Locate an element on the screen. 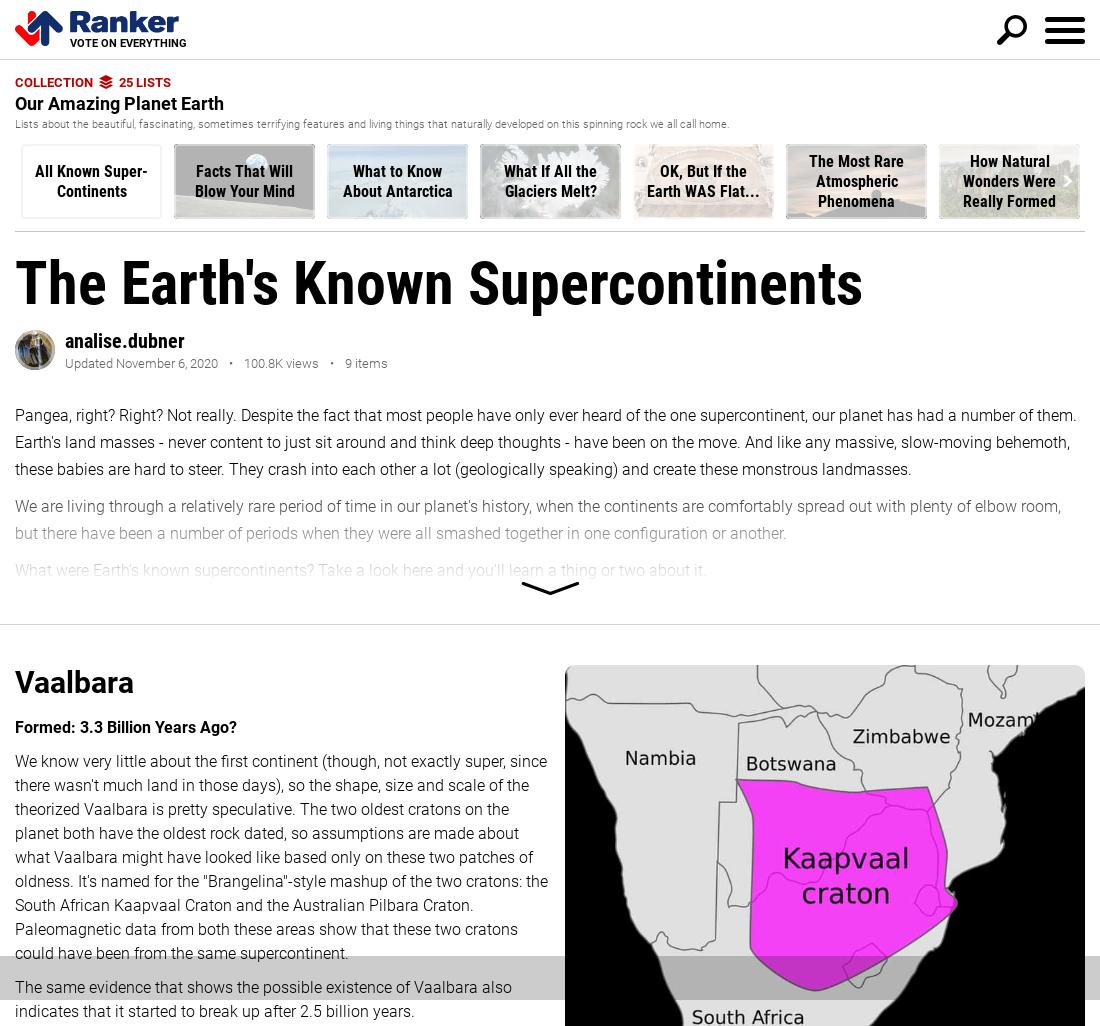 The height and width of the screenshot is (1026, 1100). 'What were Earth's known supercontinents? Take a look here and you'll learn a thing or two about it.' is located at coordinates (361, 568).